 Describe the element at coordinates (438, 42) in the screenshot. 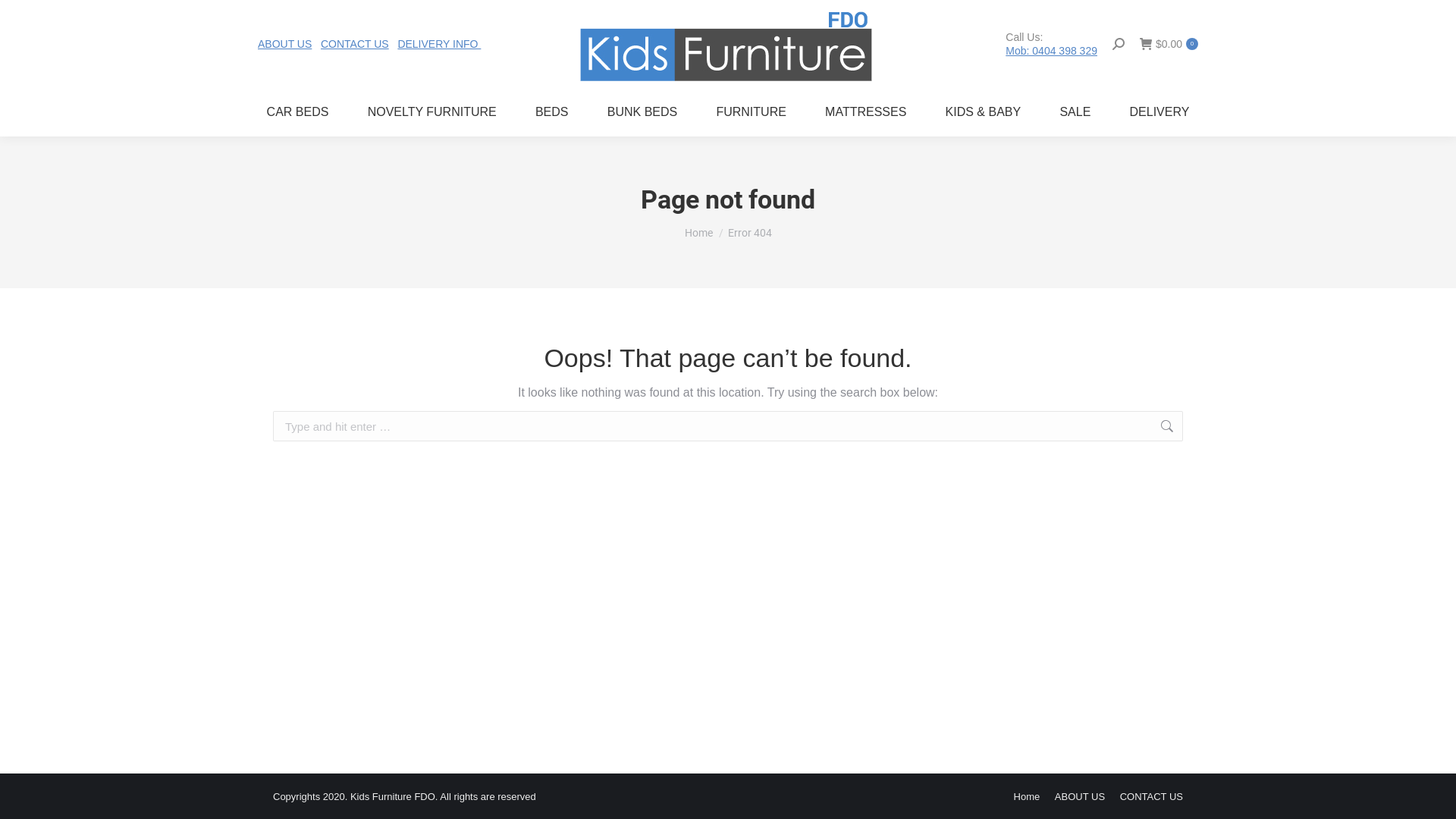

I see `'DELIVERY INFO '` at that location.